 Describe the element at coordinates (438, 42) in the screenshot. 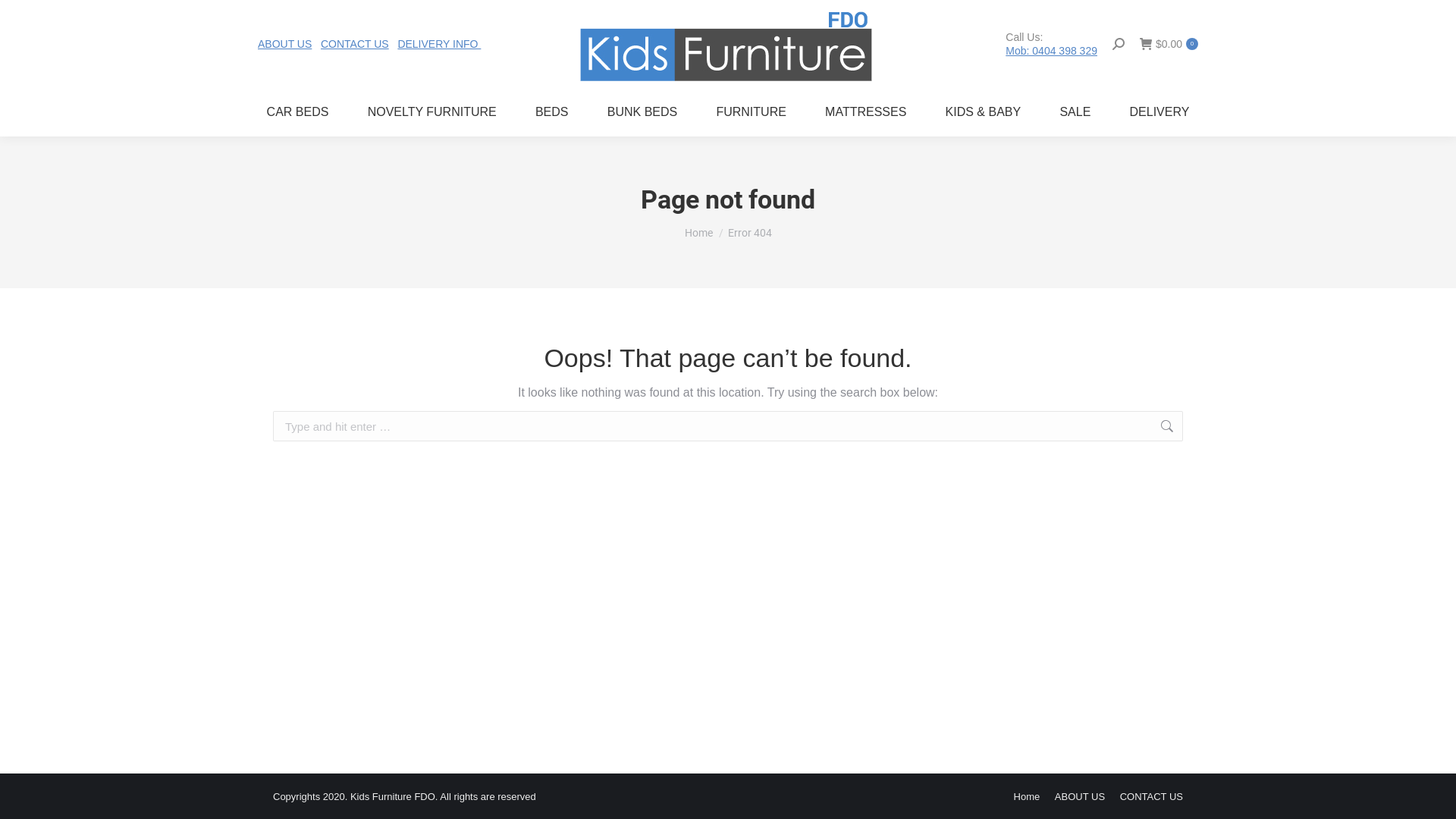

I see `'DELIVERY INFO '` at that location.